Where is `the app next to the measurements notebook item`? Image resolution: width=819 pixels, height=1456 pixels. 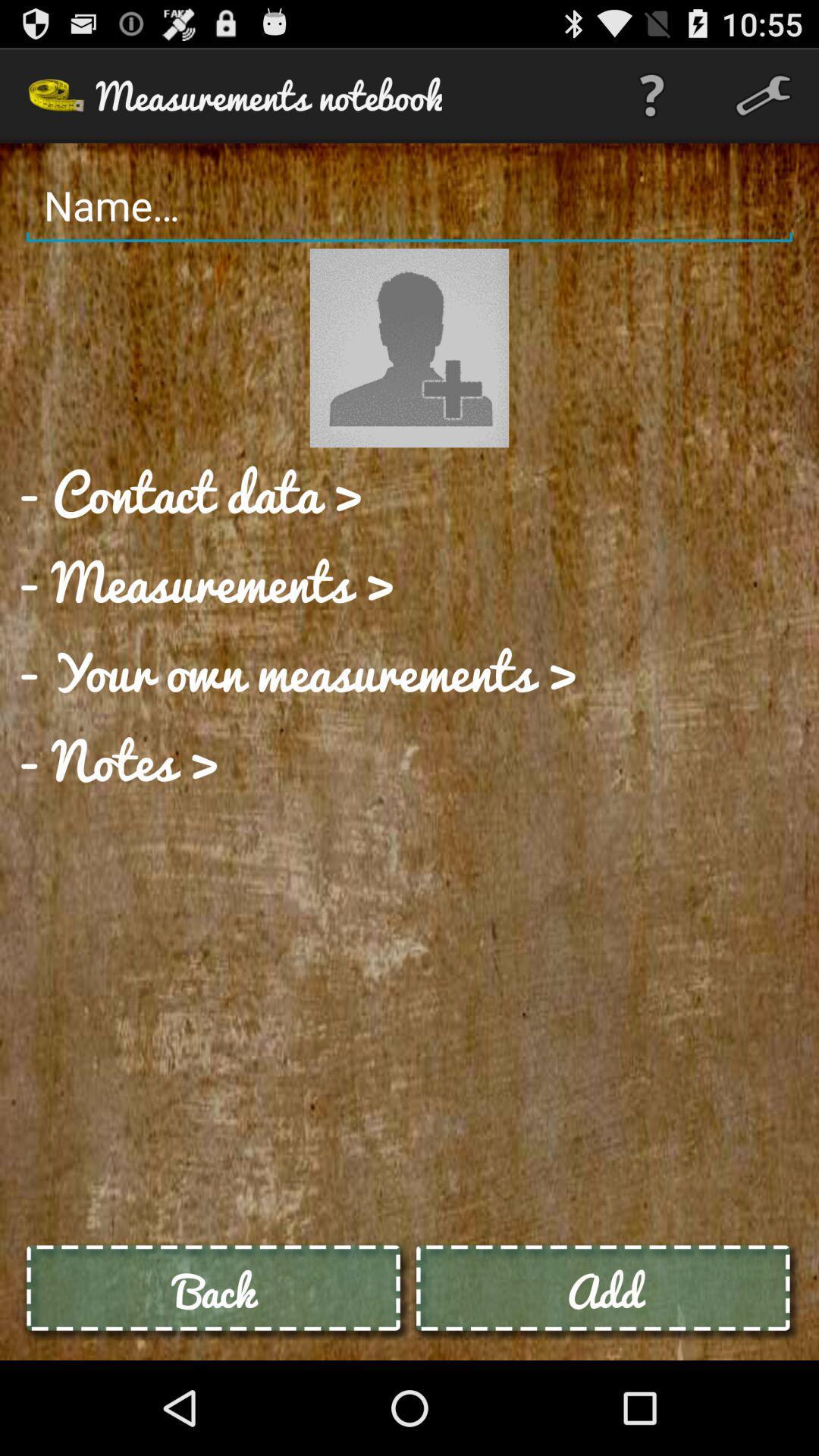 the app next to the measurements notebook item is located at coordinates (651, 94).